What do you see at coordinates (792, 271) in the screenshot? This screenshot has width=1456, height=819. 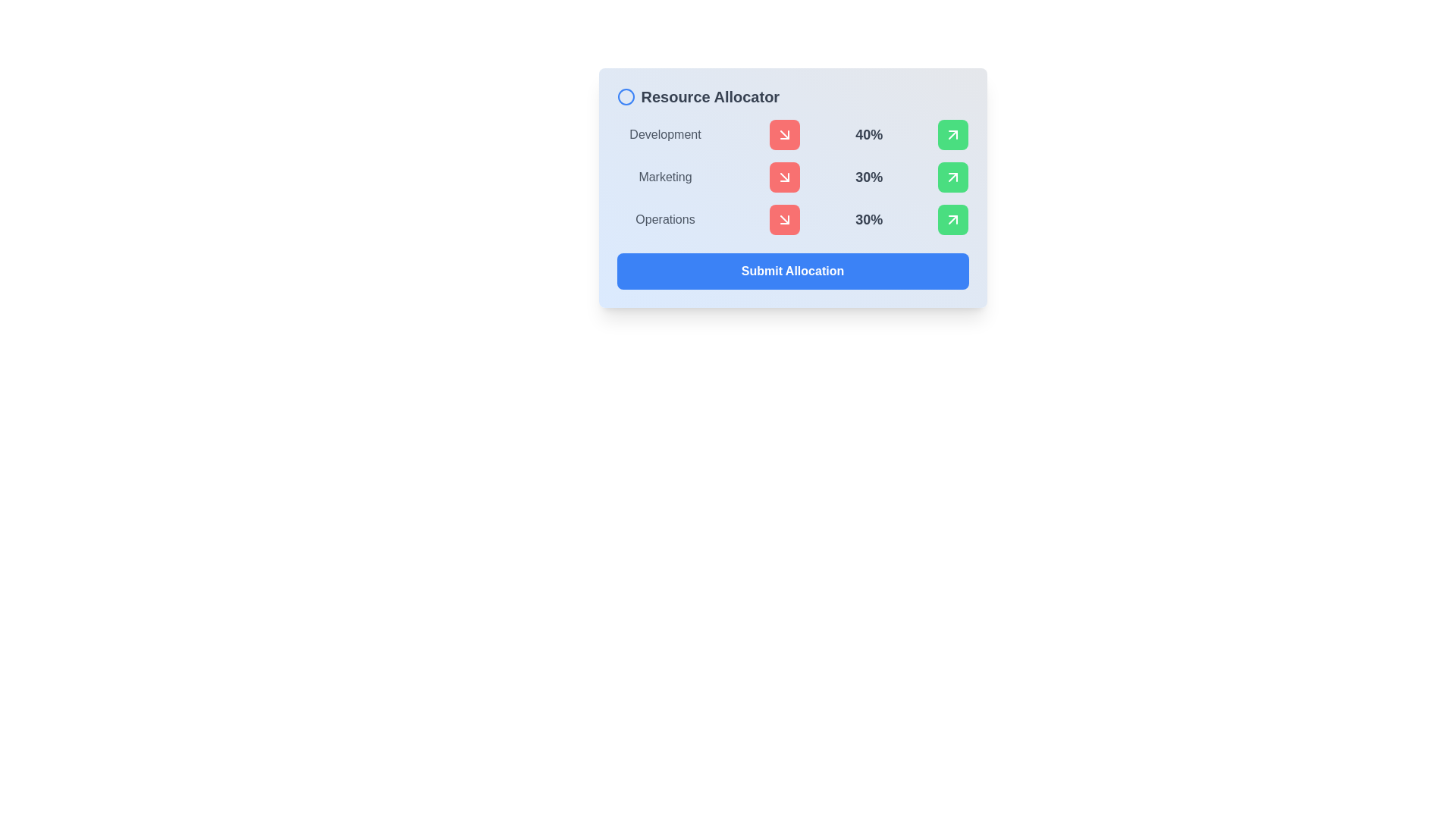 I see `the submit button for resource allocation adjustments` at bounding box center [792, 271].